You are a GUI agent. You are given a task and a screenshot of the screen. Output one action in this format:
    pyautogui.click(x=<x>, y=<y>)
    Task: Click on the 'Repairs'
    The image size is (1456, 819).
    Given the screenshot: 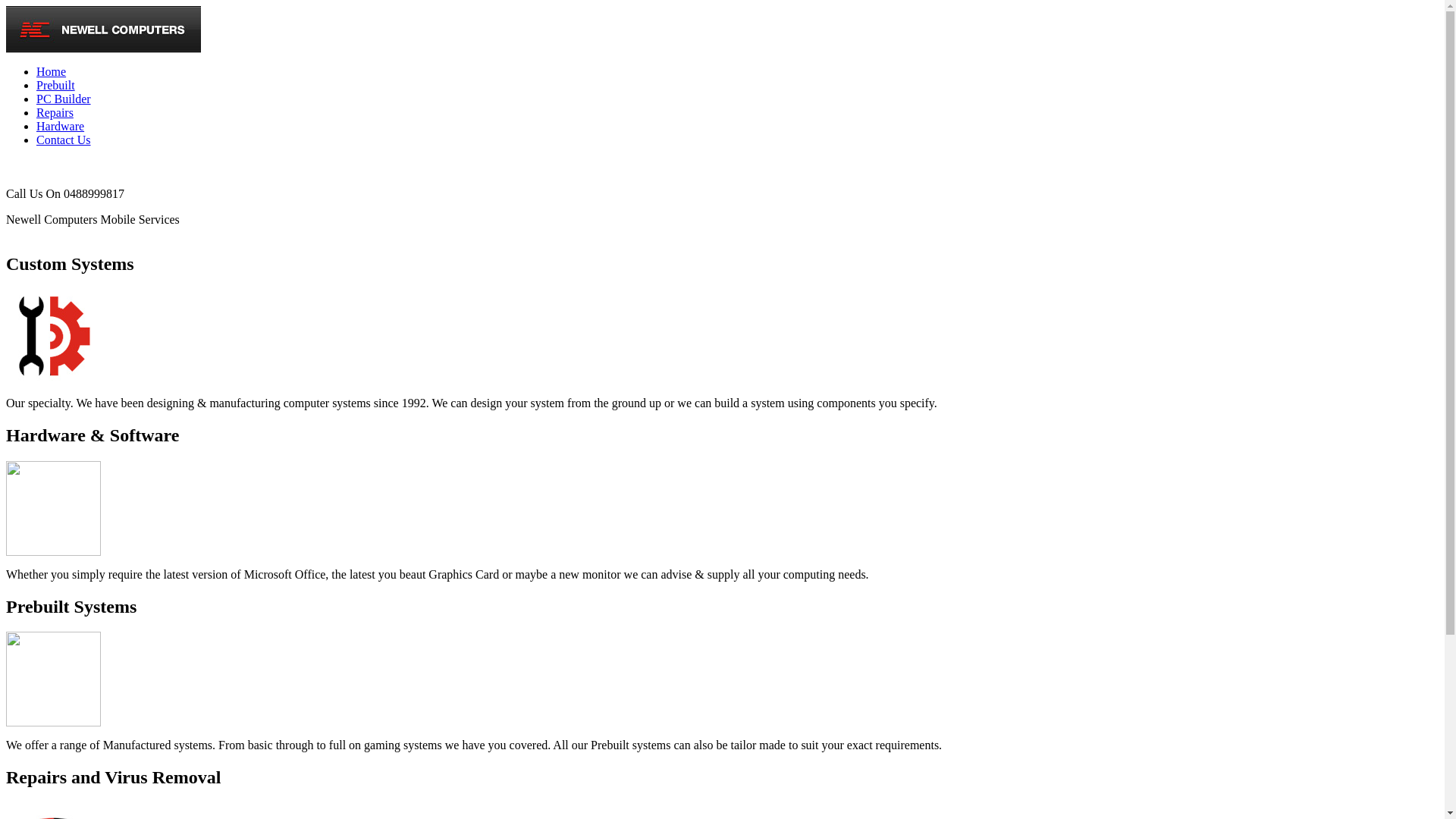 What is the action you would take?
    pyautogui.click(x=55, y=111)
    